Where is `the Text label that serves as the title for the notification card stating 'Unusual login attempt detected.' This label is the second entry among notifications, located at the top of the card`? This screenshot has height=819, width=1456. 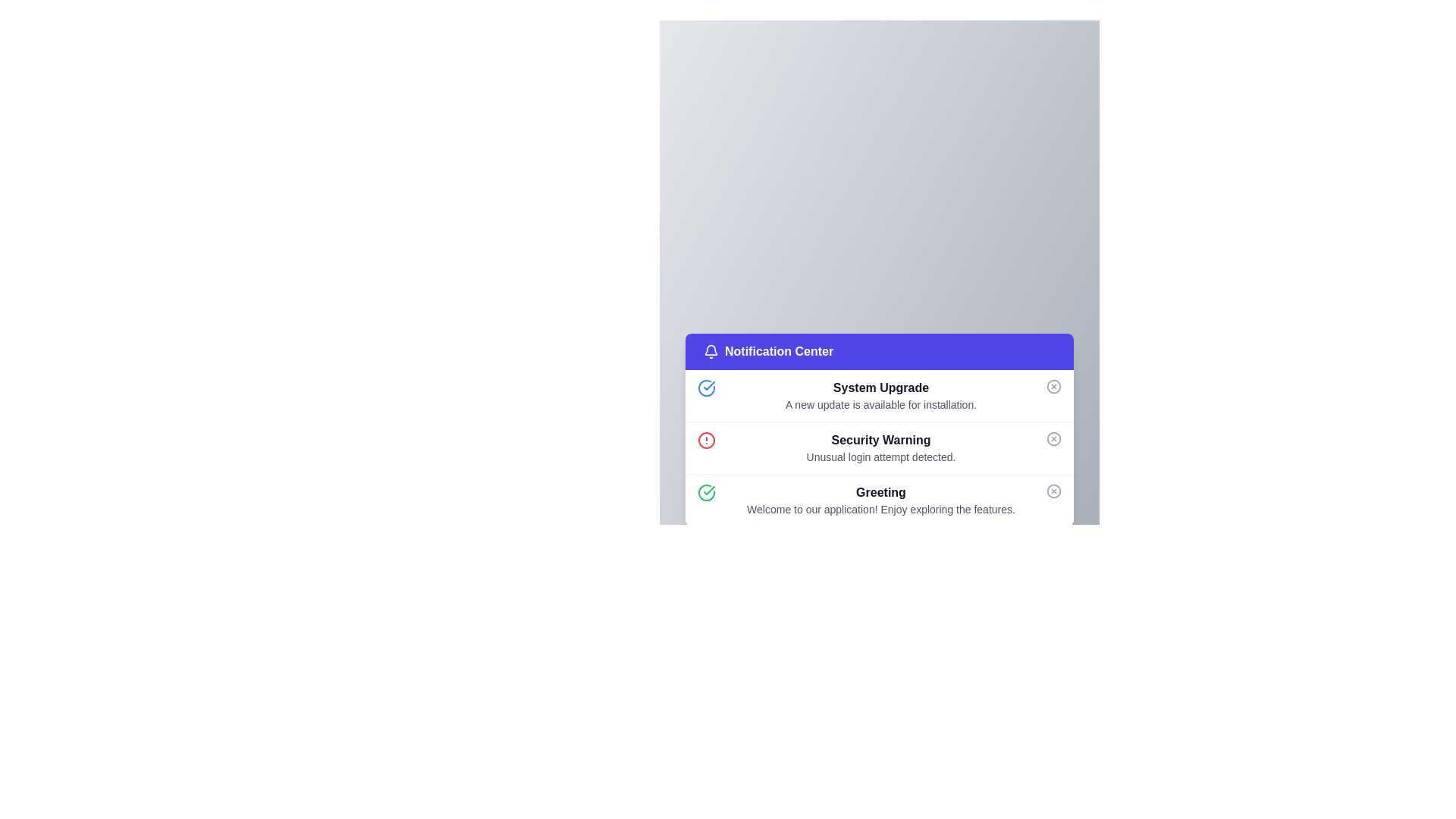
the Text label that serves as the title for the notification card stating 'Unusual login attempt detected.' This label is the second entry among notifications, located at the top of the card is located at coordinates (880, 441).